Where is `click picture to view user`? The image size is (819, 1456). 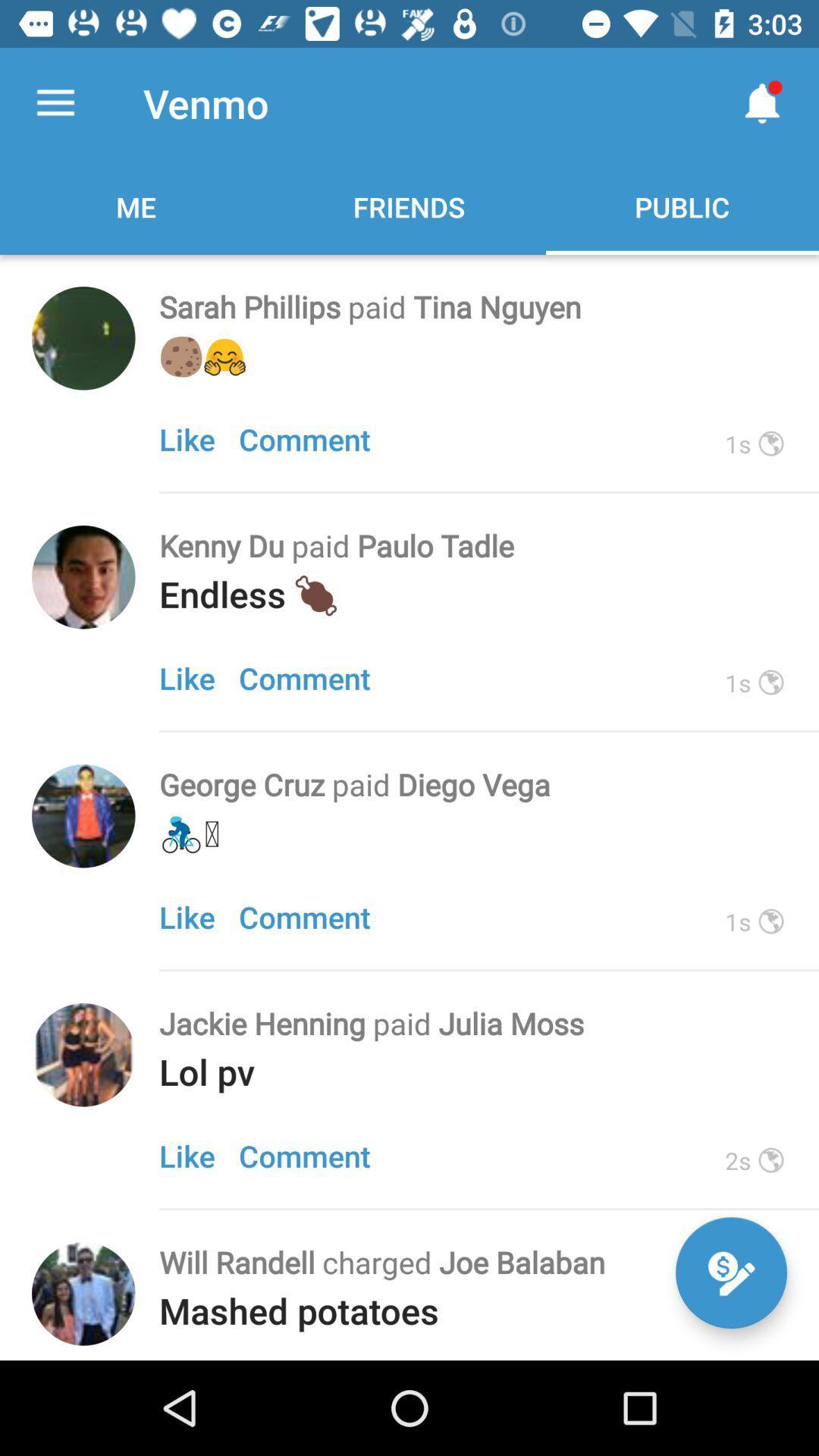
click picture to view user is located at coordinates (83, 576).